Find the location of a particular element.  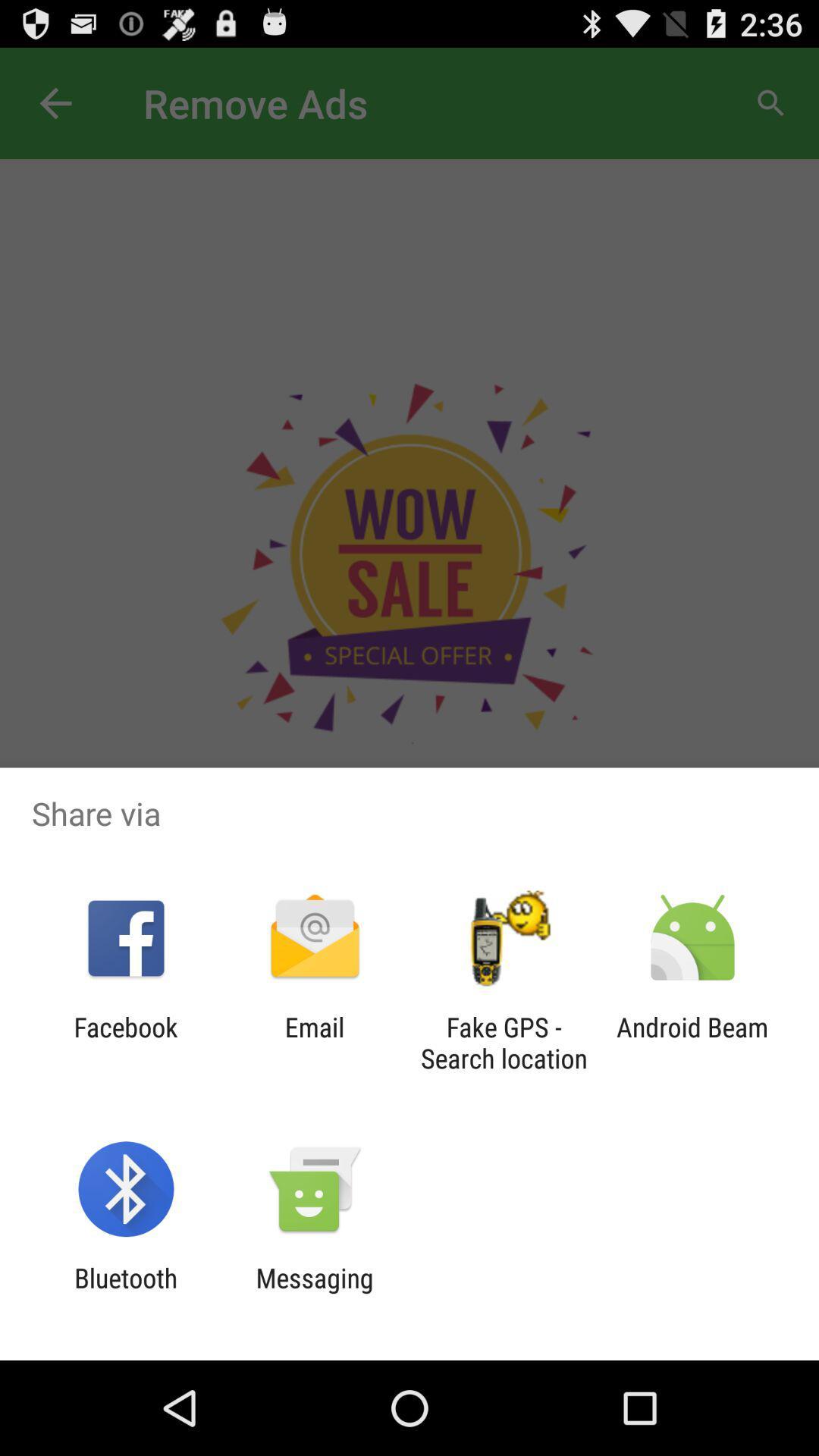

the facebook is located at coordinates (125, 1042).